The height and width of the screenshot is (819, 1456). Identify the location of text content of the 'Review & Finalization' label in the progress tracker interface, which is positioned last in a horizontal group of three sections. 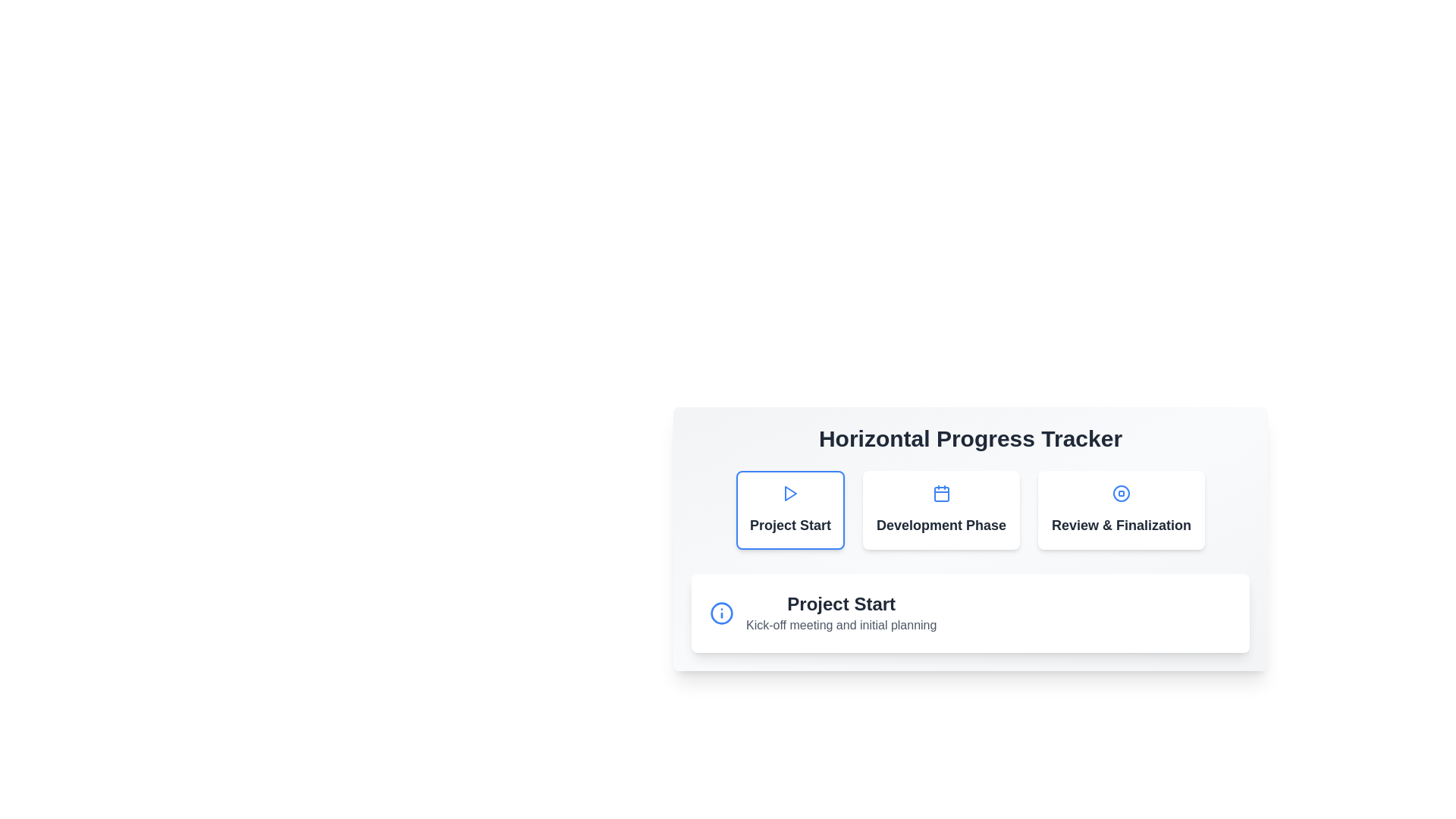
(1121, 525).